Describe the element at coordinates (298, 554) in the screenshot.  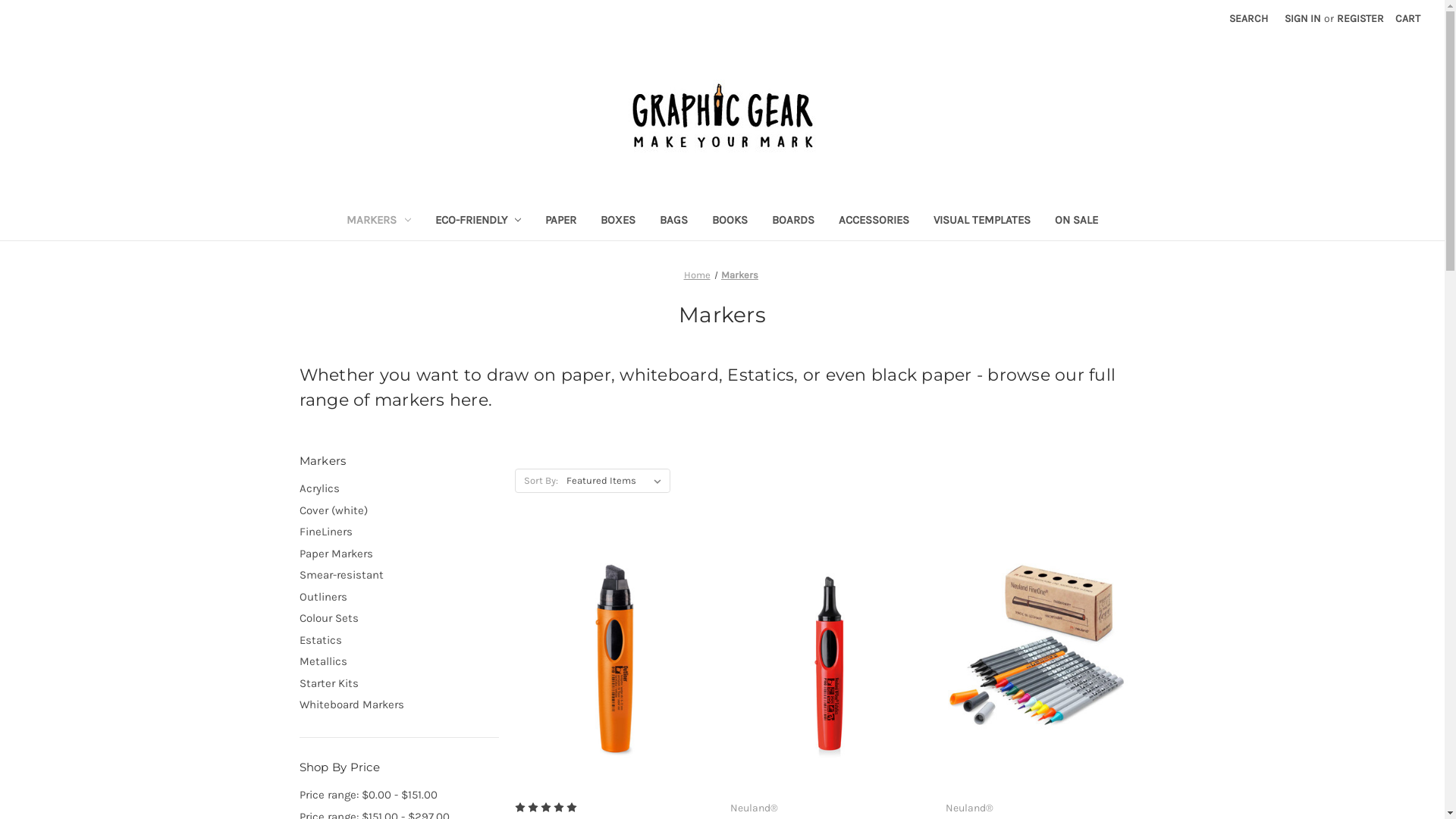
I see `'Paper Markers'` at that location.